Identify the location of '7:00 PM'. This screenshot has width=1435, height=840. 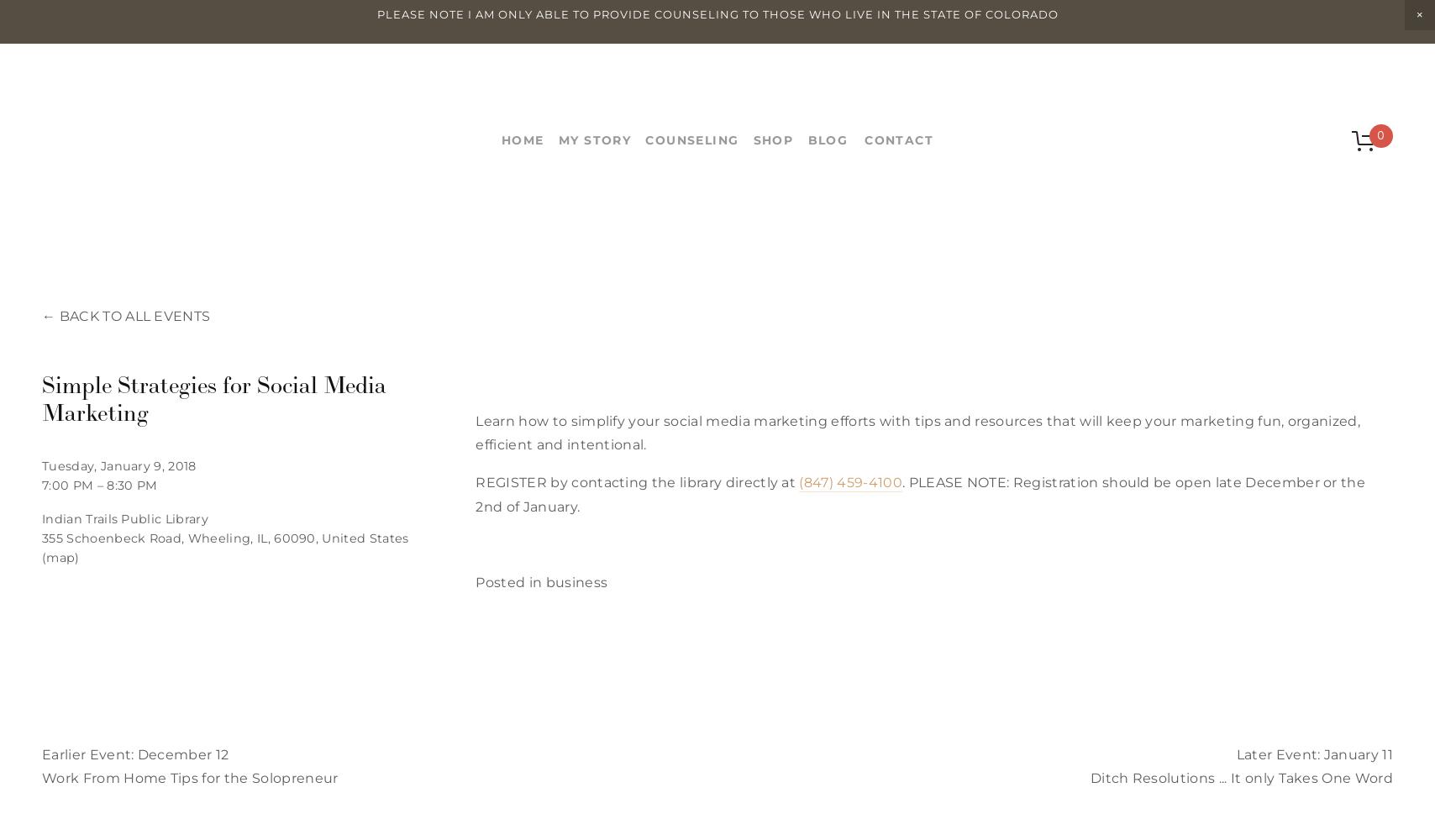
(67, 484).